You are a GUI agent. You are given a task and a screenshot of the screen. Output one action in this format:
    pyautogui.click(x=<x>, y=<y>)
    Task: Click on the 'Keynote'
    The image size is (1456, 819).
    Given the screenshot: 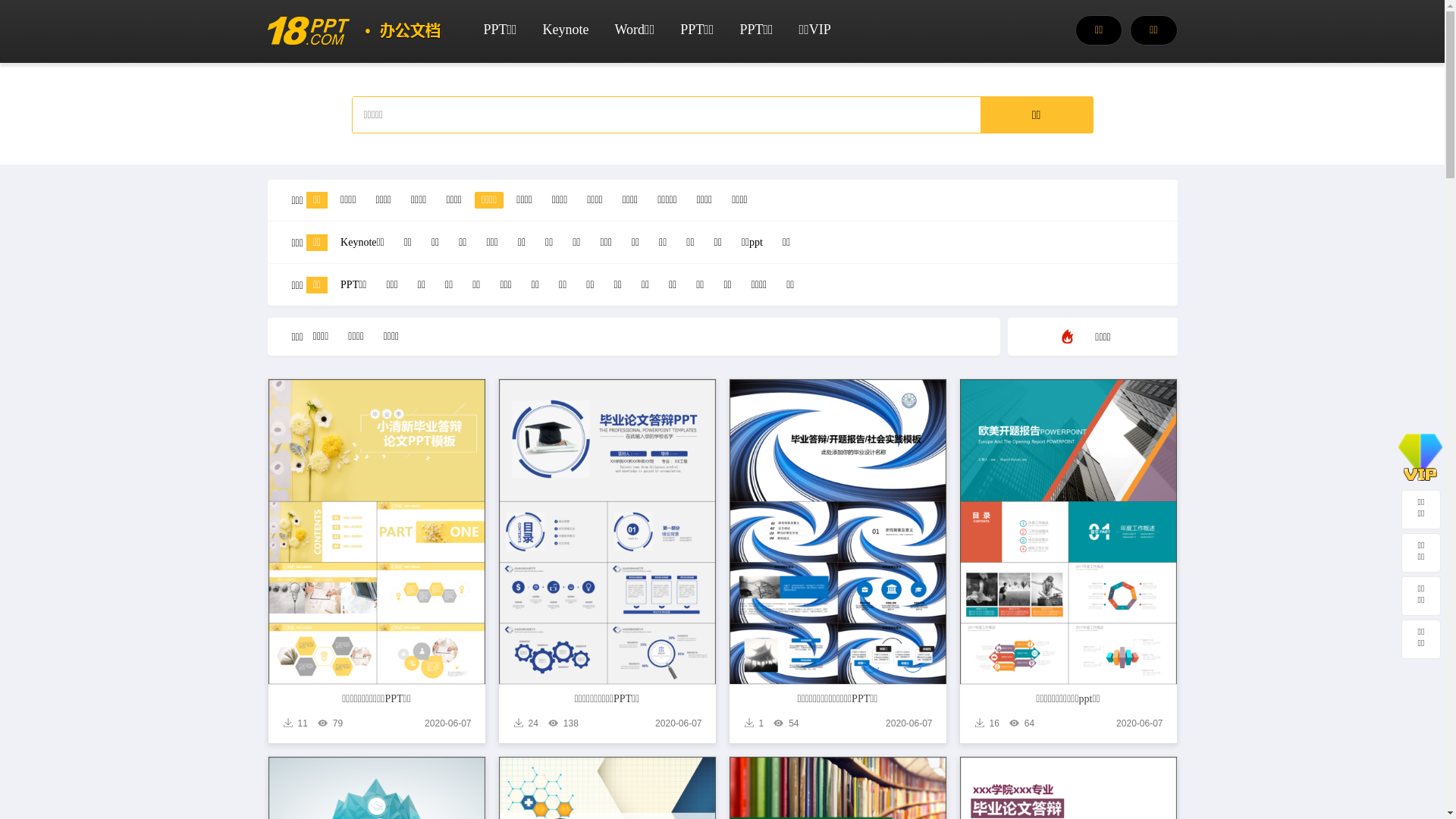 What is the action you would take?
    pyautogui.click(x=565, y=29)
    